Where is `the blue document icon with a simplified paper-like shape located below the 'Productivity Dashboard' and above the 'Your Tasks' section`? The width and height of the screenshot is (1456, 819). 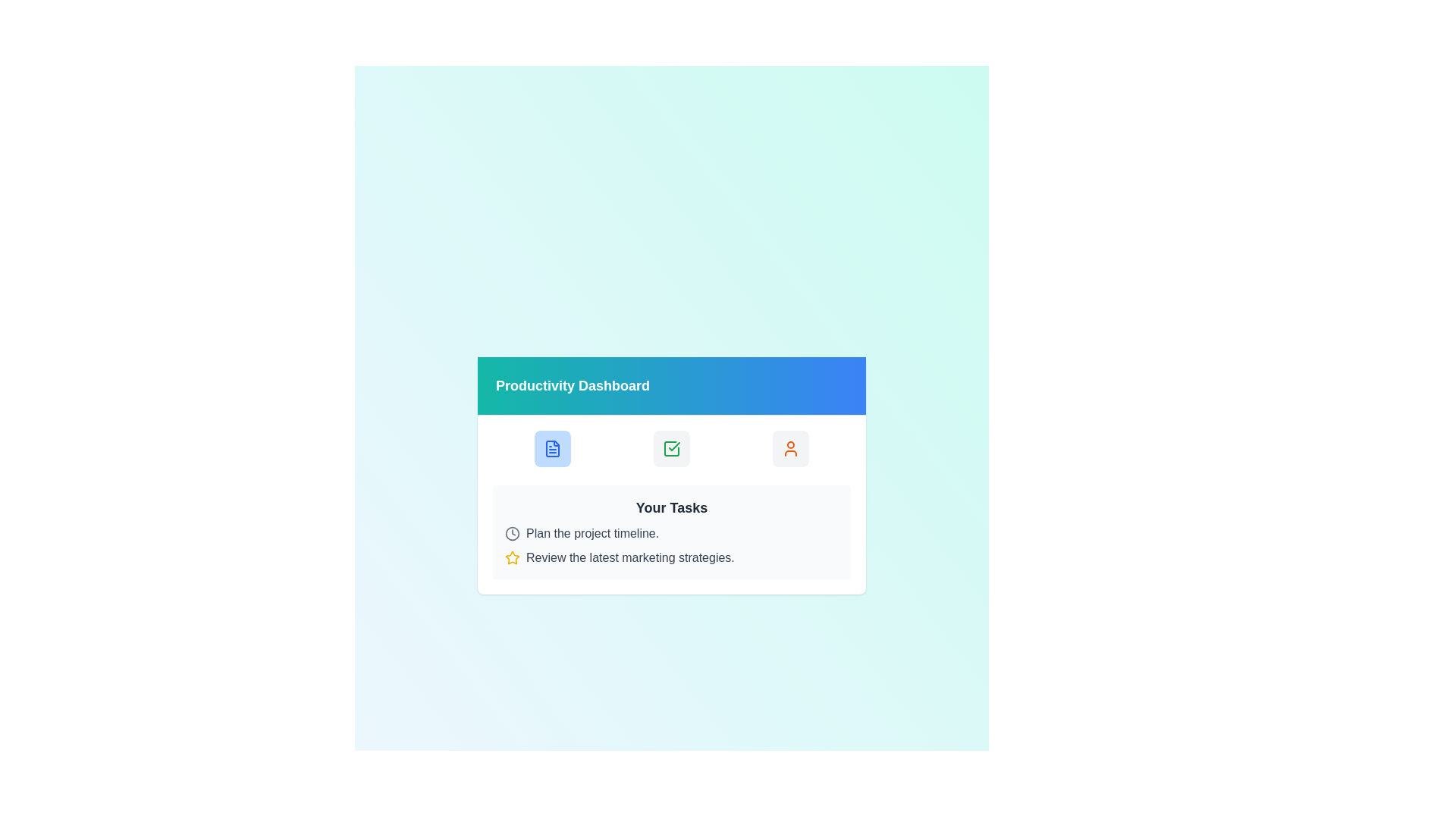 the blue document icon with a simplified paper-like shape located below the 'Productivity Dashboard' and above the 'Your Tasks' section is located at coordinates (551, 447).